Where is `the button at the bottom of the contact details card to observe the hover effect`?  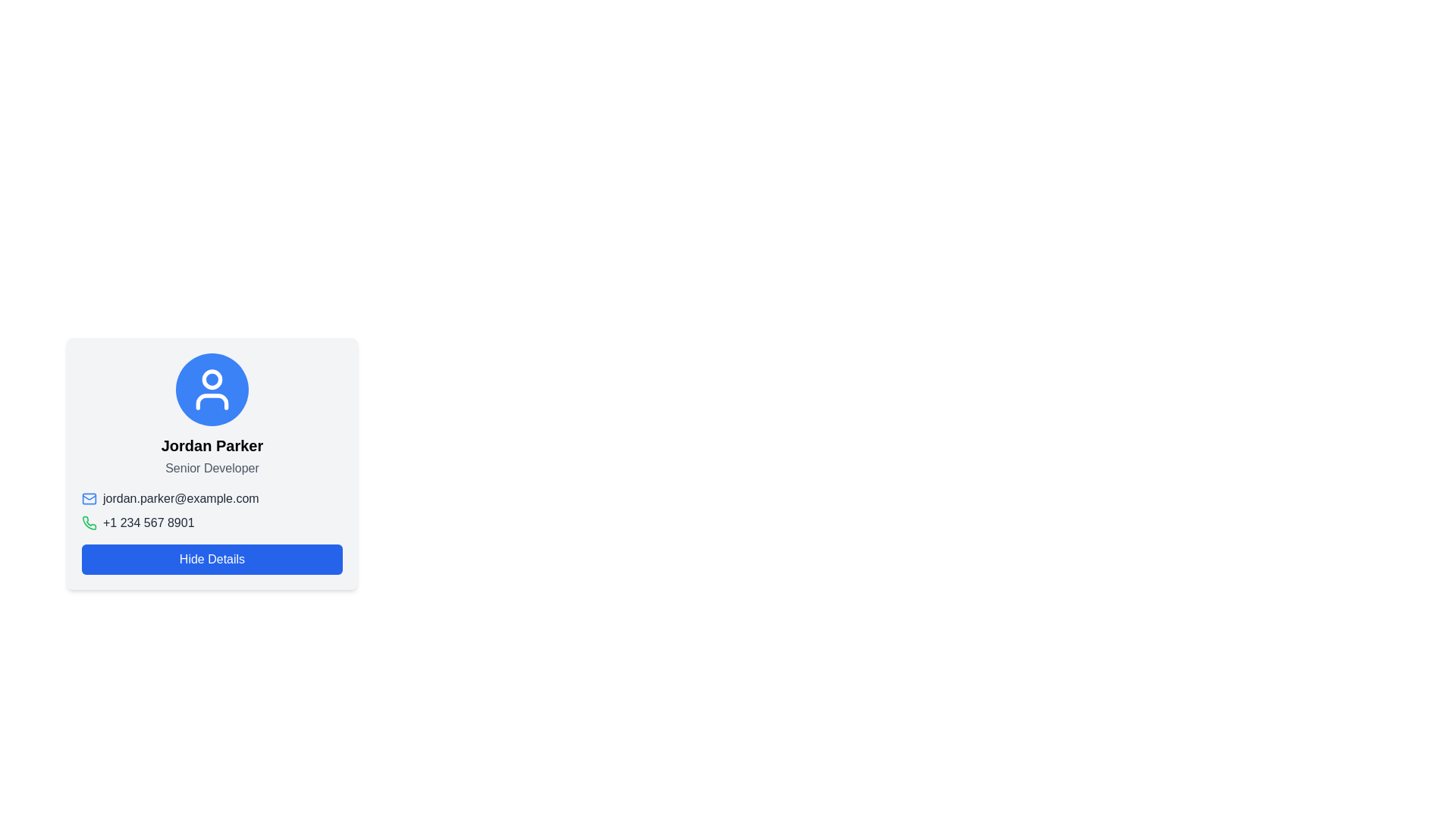
the button at the bottom of the contact details card to observe the hover effect is located at coordinates (211, 559).